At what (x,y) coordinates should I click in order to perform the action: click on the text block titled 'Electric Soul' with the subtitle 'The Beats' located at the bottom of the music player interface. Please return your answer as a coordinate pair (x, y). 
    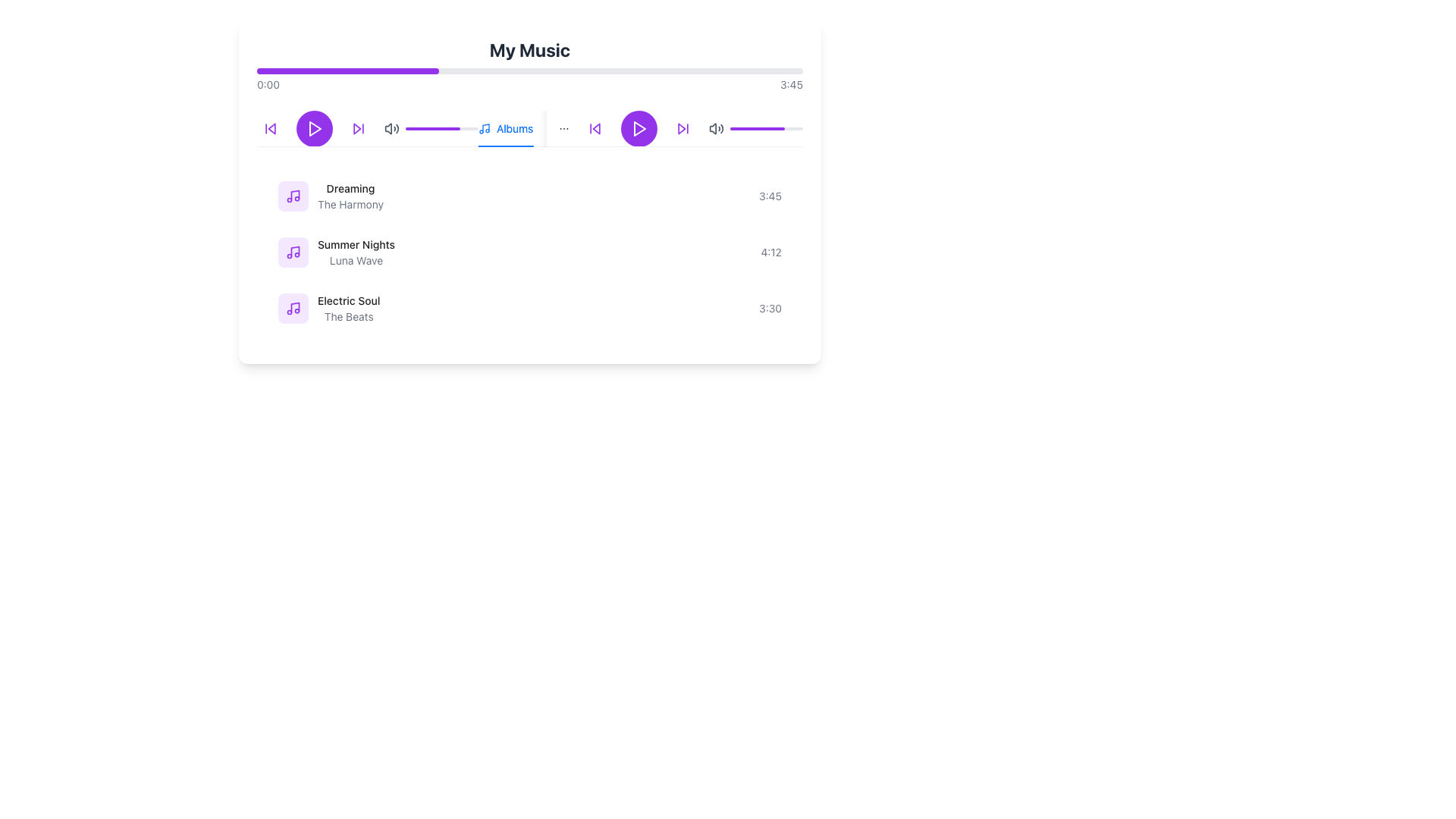
    Looking at the image, I should click on (348, 308).